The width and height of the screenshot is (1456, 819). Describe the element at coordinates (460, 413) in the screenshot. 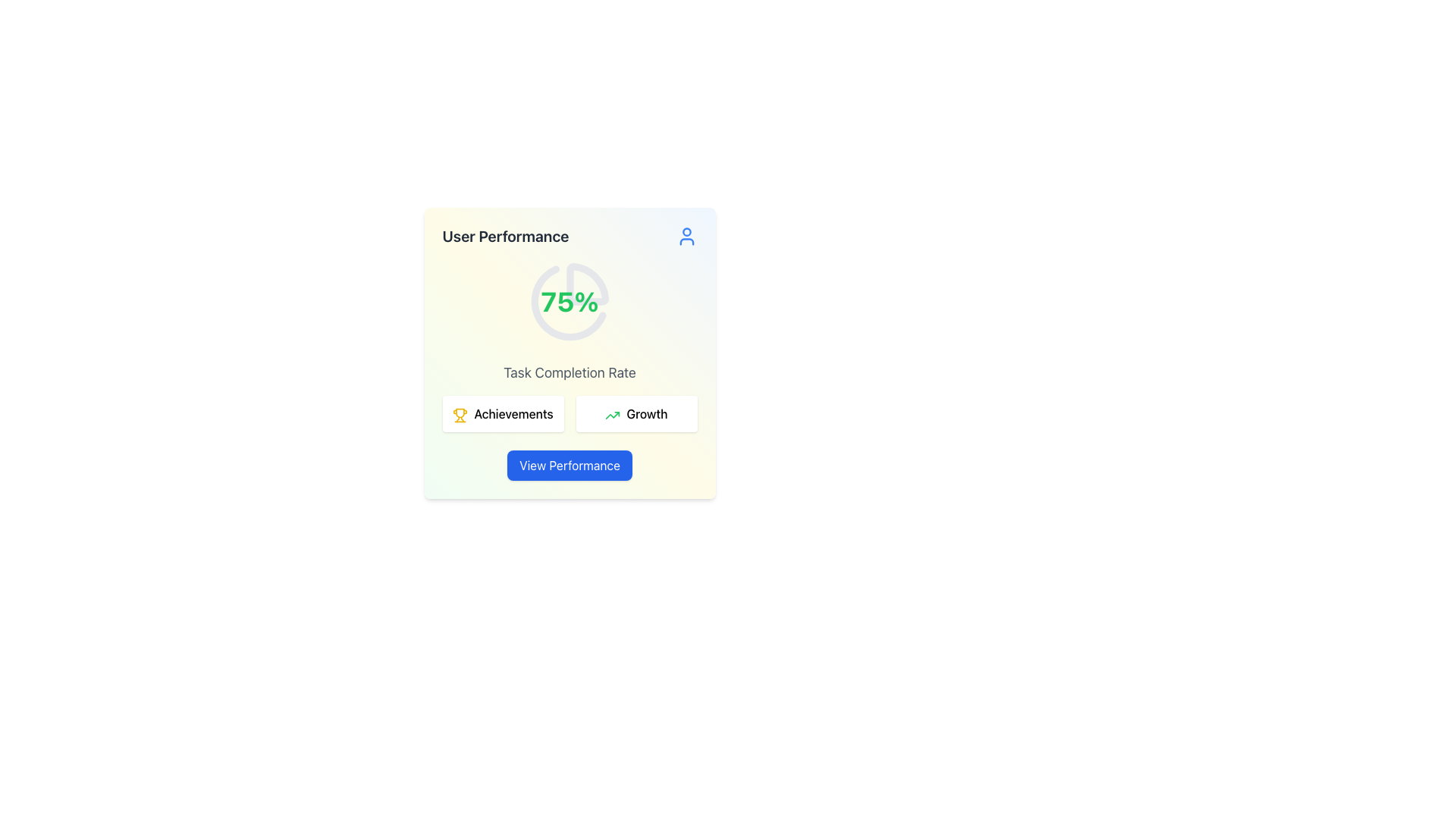

I see `the trophy-like icon styled in yellow-golden color, located next to the 'Achievements' text` at that location.